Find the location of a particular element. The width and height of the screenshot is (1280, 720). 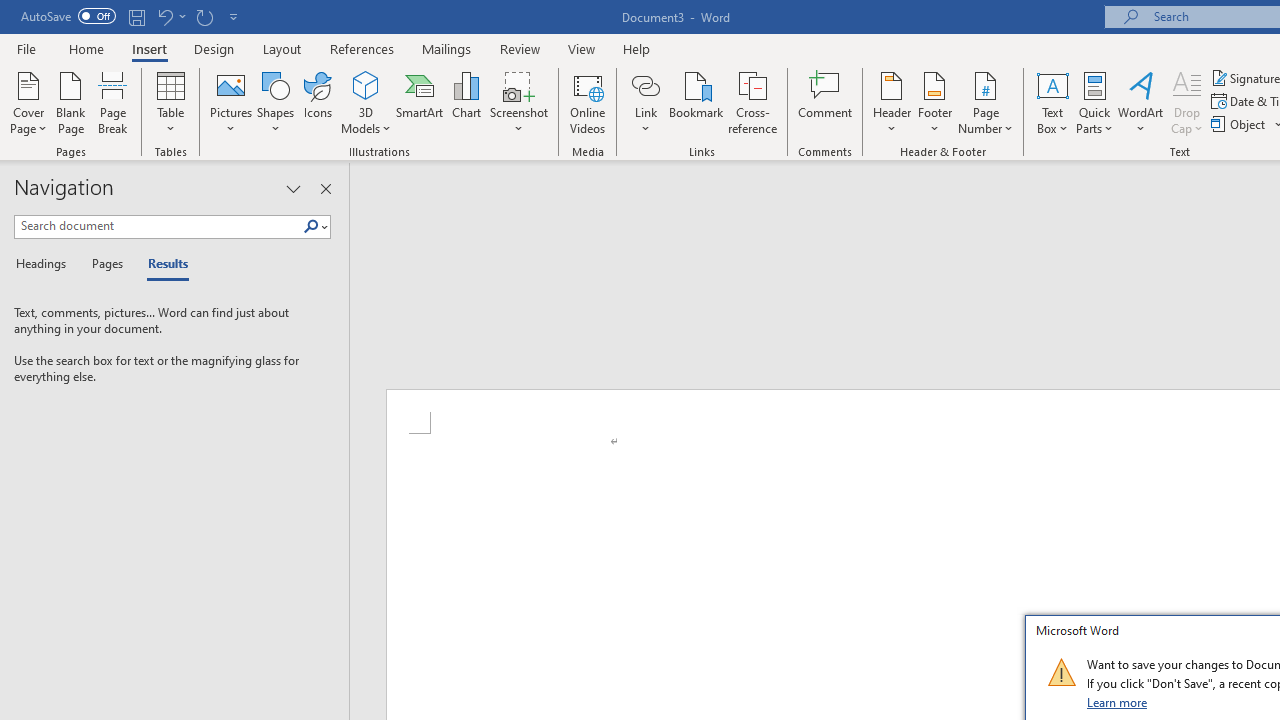

'Cover Page' is located at coordinates (28, 103).